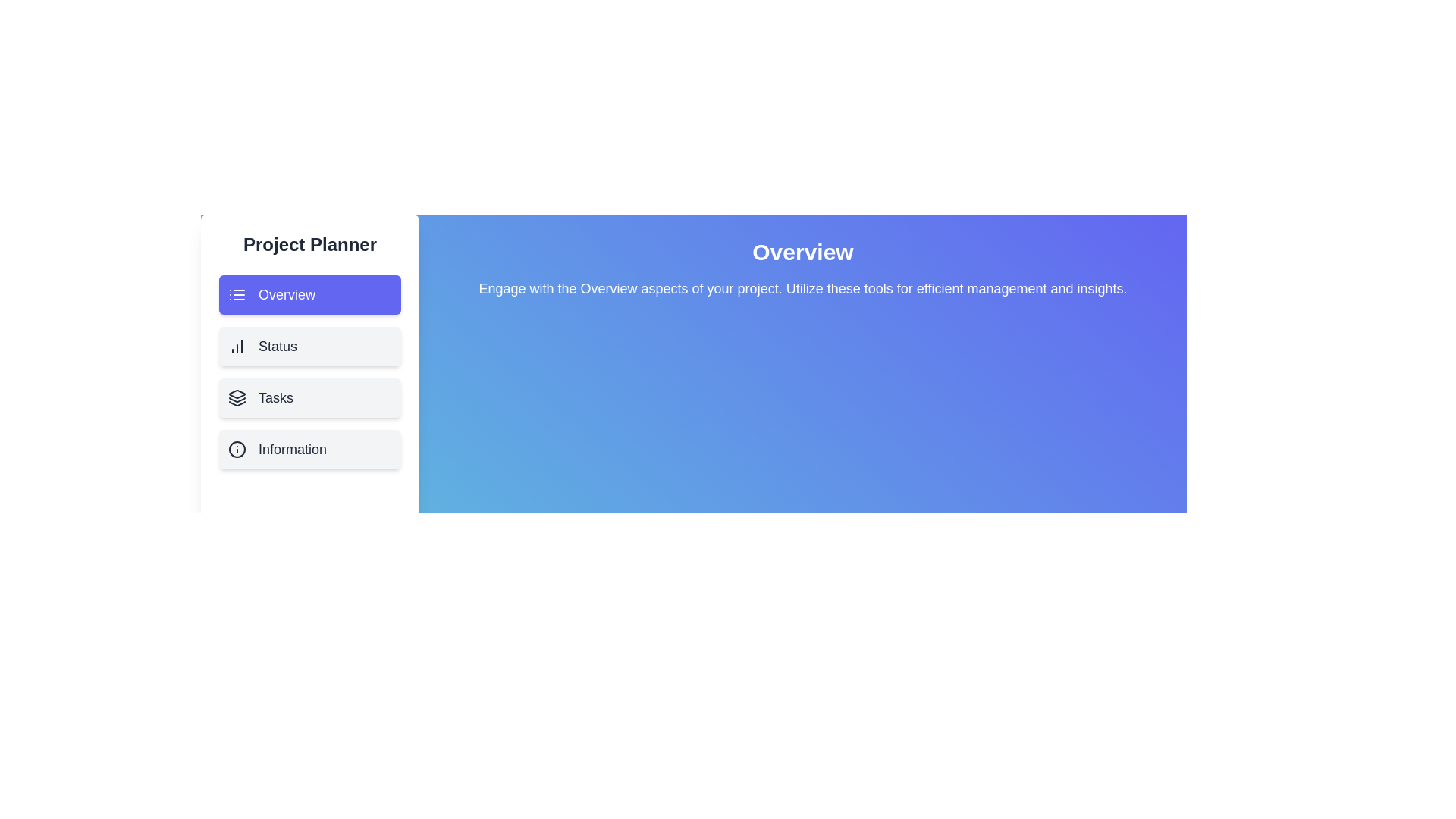  Describe the element at coordinates (309, 346) in the screenshot. I see `the sidebar menu item corresponding to Status` at that location.